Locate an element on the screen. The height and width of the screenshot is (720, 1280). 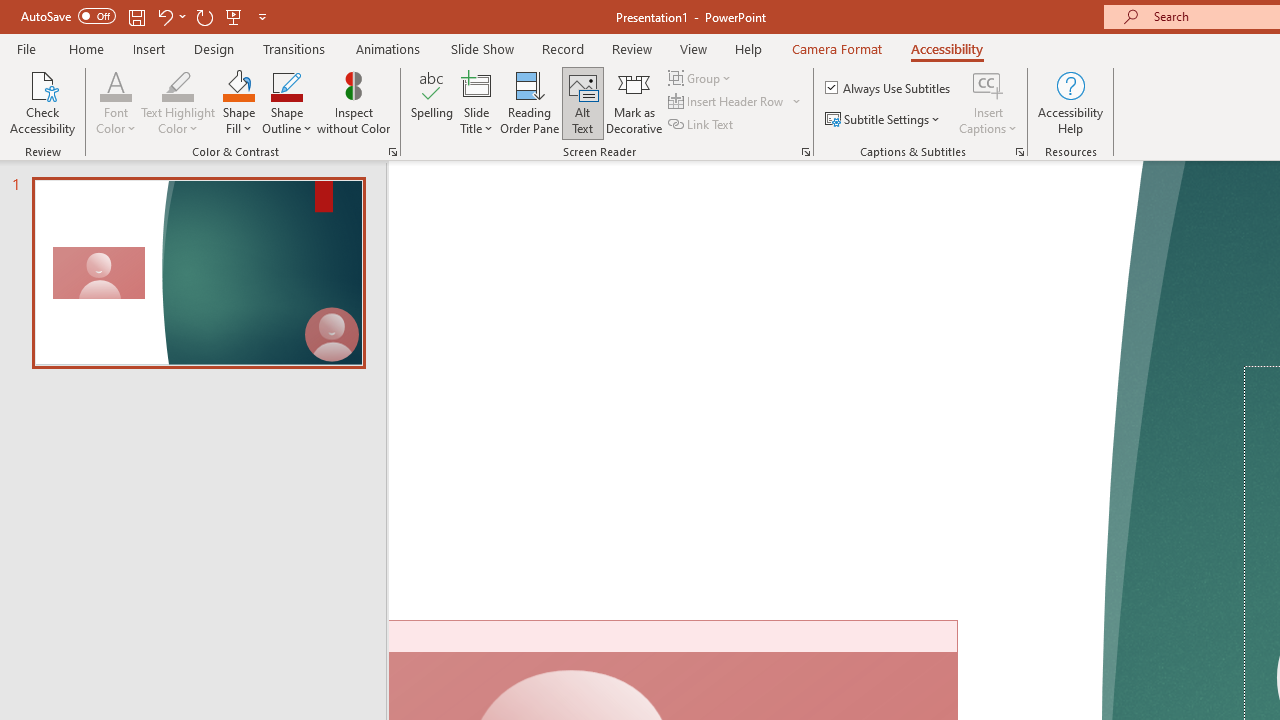
'Always Use Subtitles' is located at coordinates (888, 86).